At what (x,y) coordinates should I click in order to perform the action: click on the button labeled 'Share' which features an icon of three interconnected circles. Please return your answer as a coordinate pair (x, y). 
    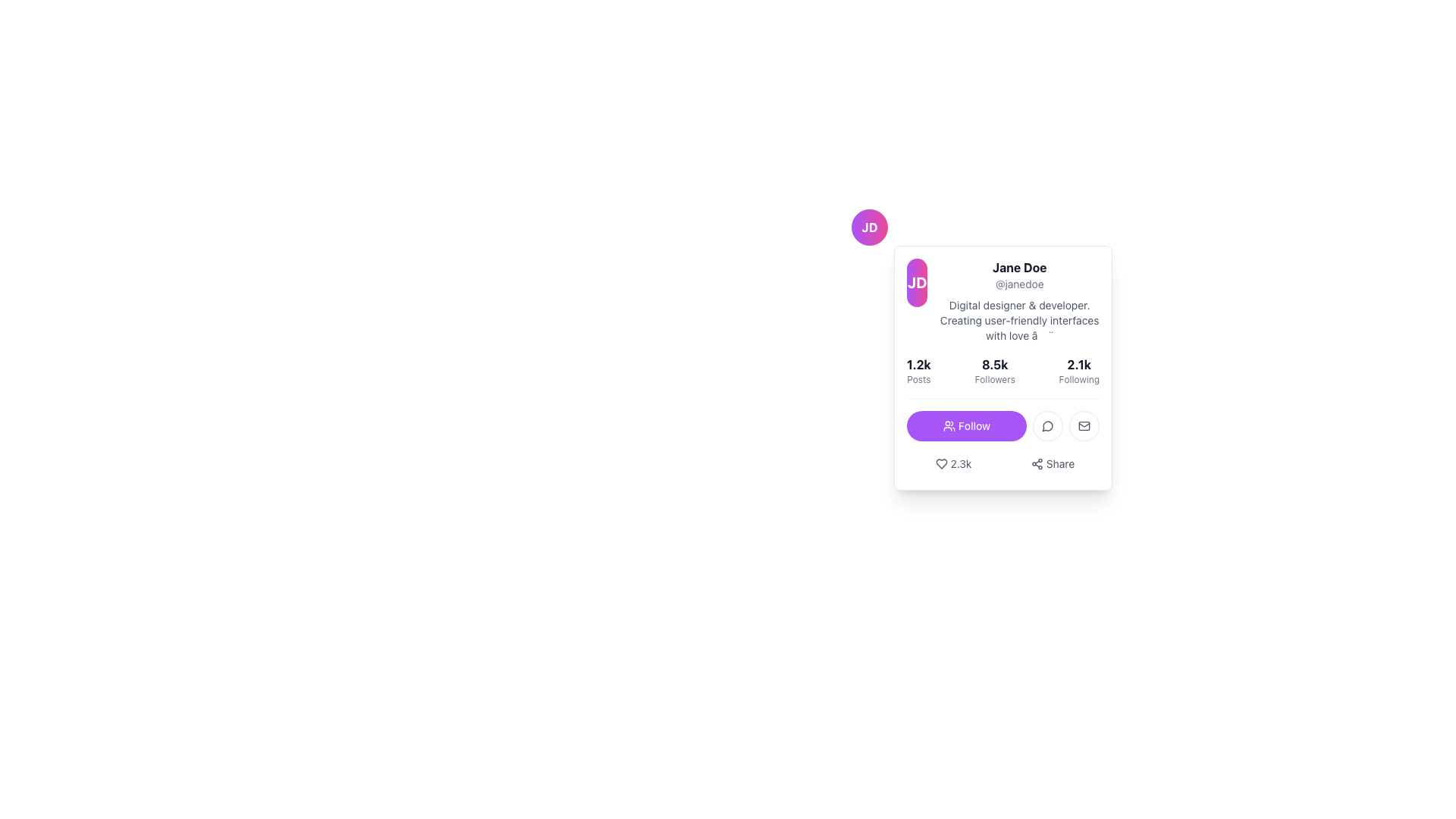
    Looking at the image, I should click on (1052, 463).